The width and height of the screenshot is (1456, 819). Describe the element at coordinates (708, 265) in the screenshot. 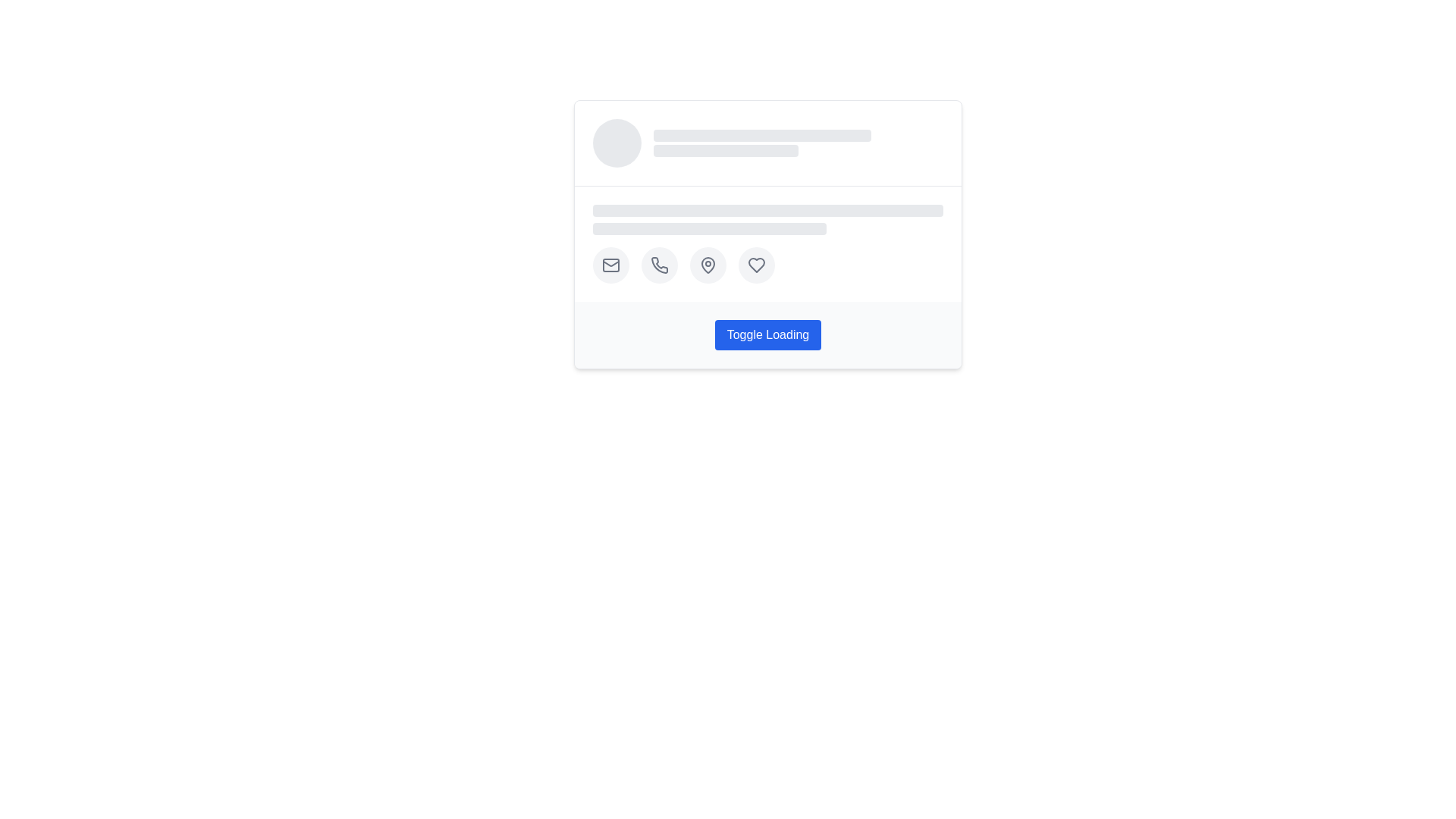

I see `the third button from the left in a horizontal group of five buttons under the user profile display` at that location.